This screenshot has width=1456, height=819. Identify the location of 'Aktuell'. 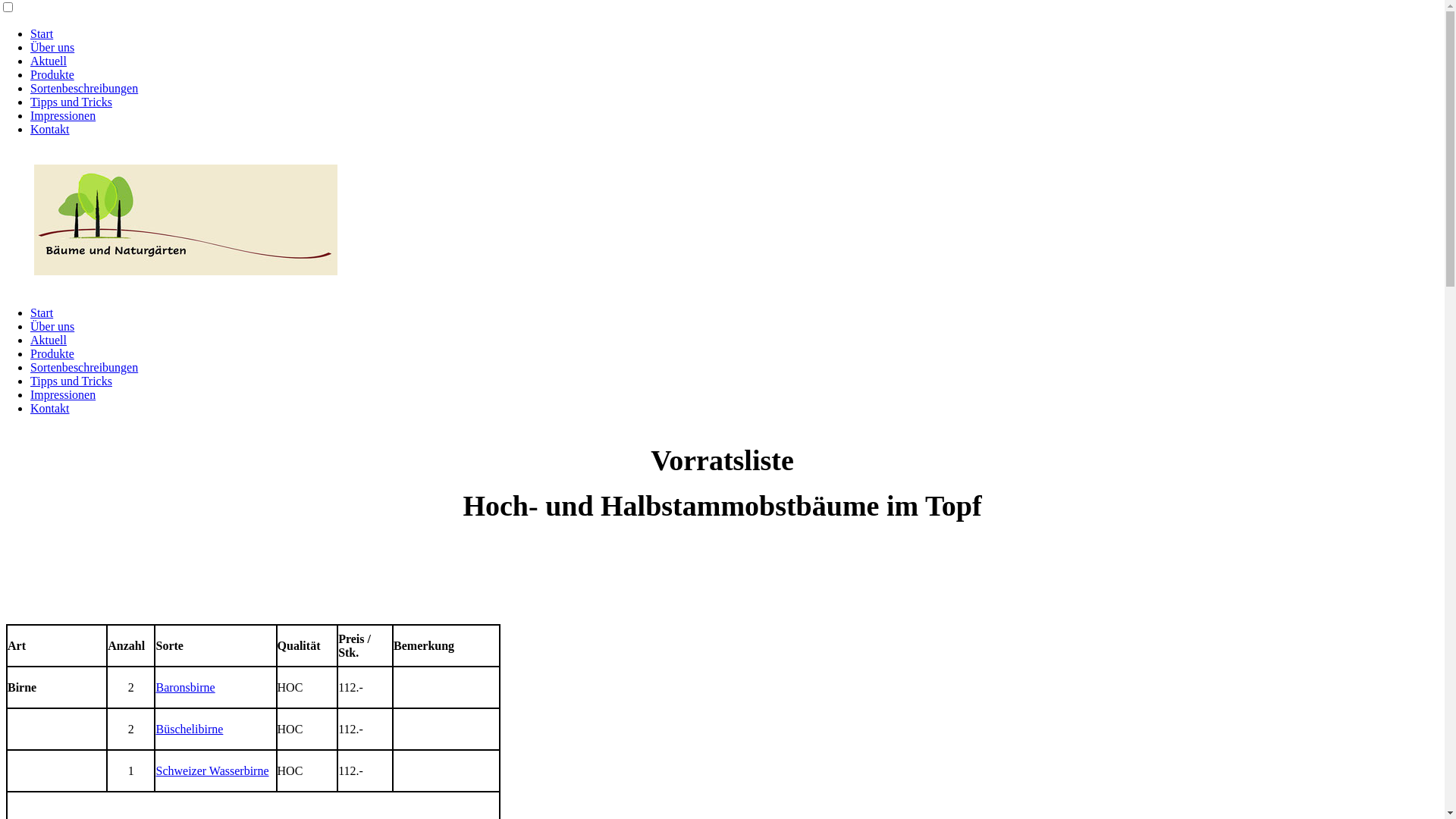
(48, 60).